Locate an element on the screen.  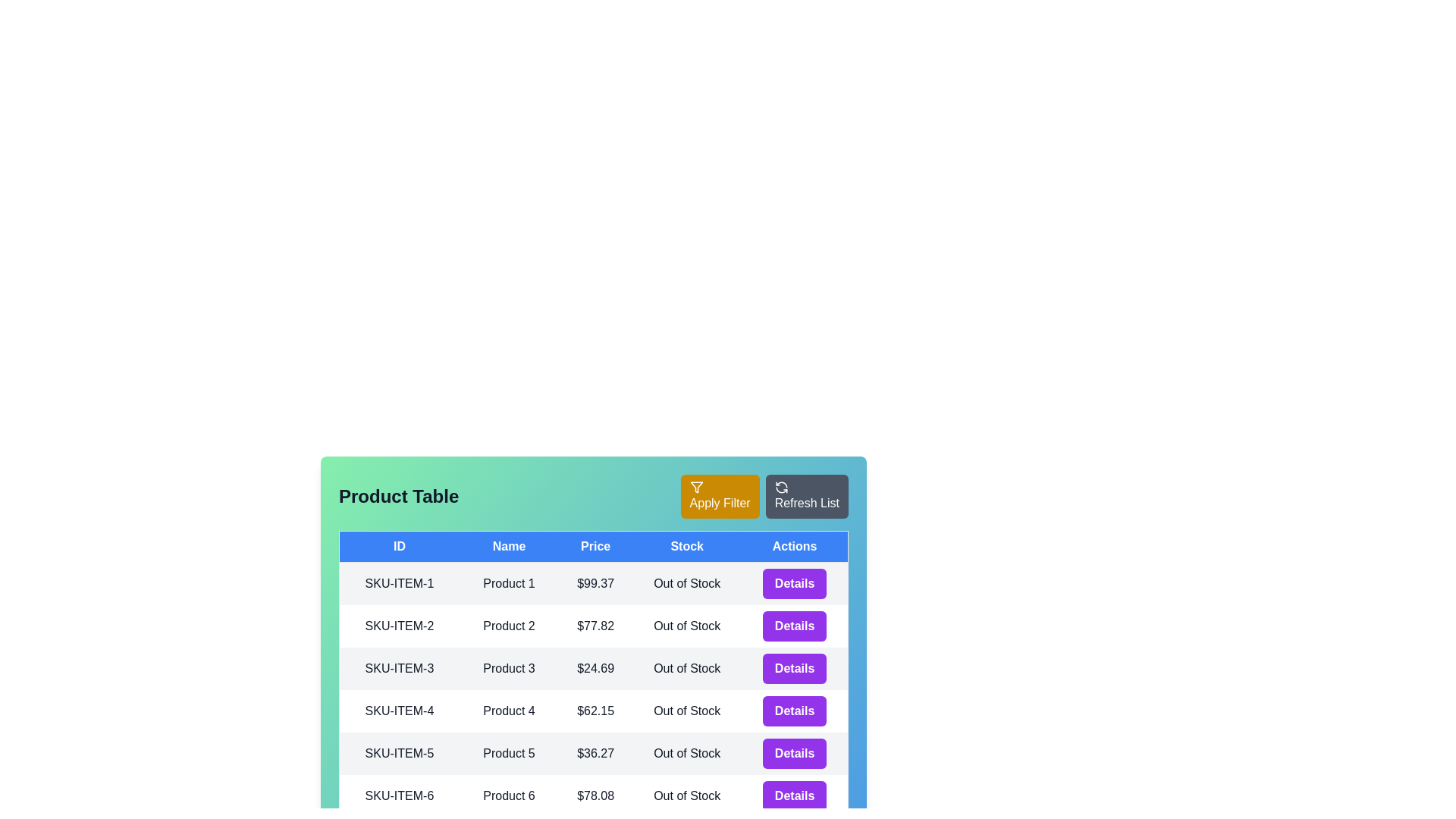
the button labeled Details is located at coordinates (794, 583).